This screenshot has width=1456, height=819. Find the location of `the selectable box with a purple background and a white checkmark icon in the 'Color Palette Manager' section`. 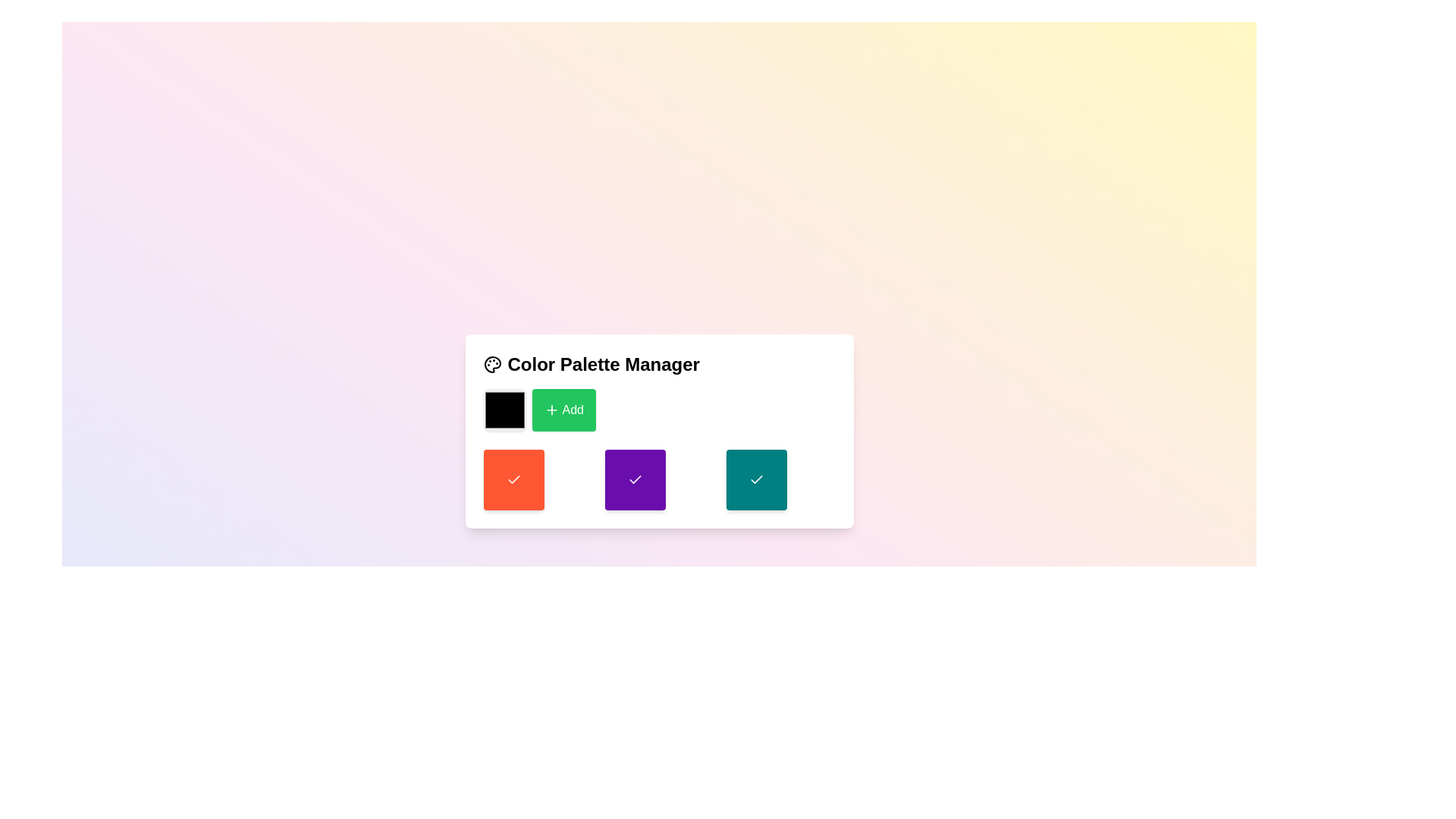

the selectable box with a purple background and a white checkmark icon in the 'Color Palette Manager' section is located at coordinates (635, 479).